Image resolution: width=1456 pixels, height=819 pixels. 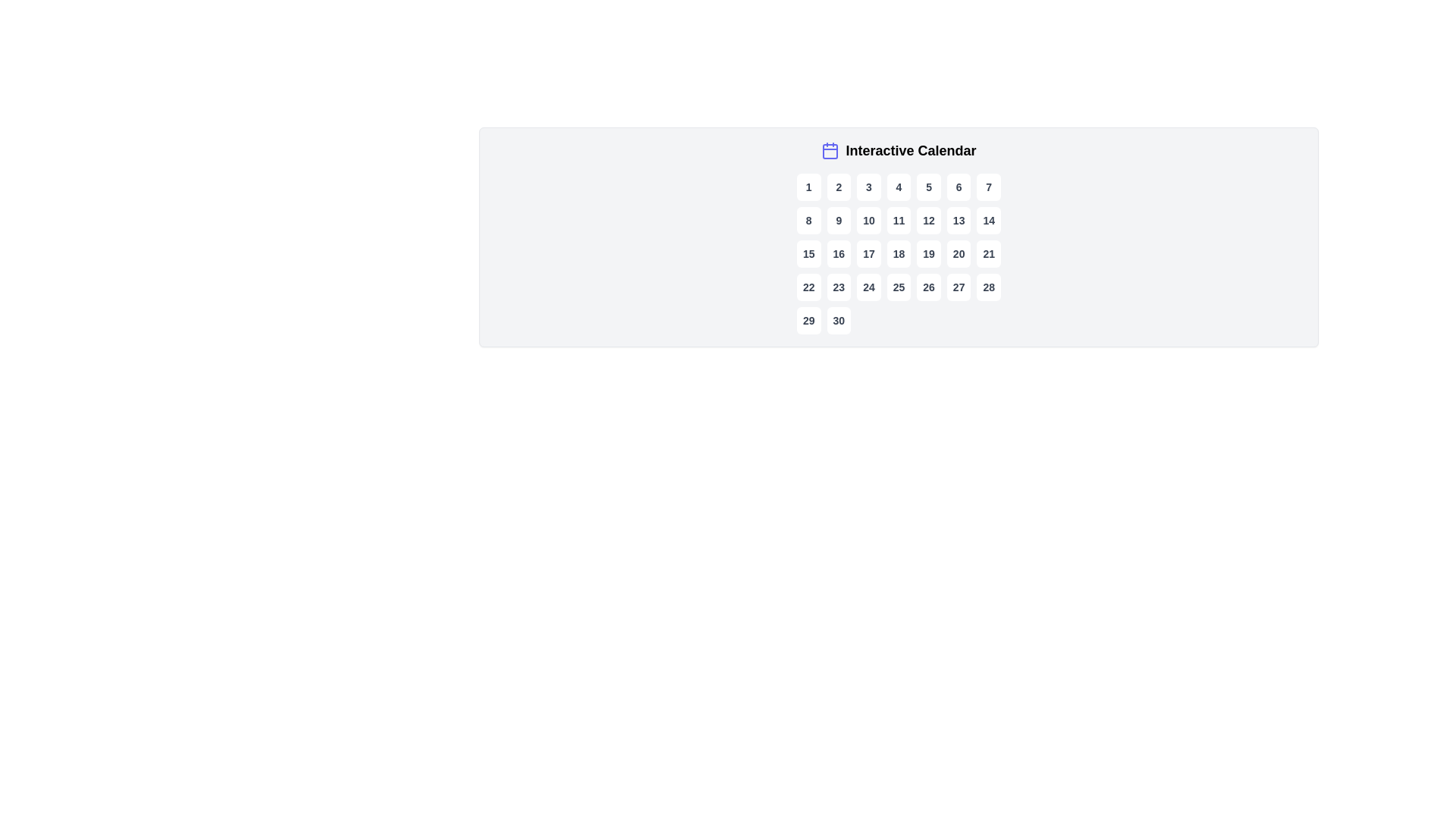 I want to click on the rounded rectangular button labeled '11' located in the second row and fourth column of the calendar grid, so click(x=899, y=220).